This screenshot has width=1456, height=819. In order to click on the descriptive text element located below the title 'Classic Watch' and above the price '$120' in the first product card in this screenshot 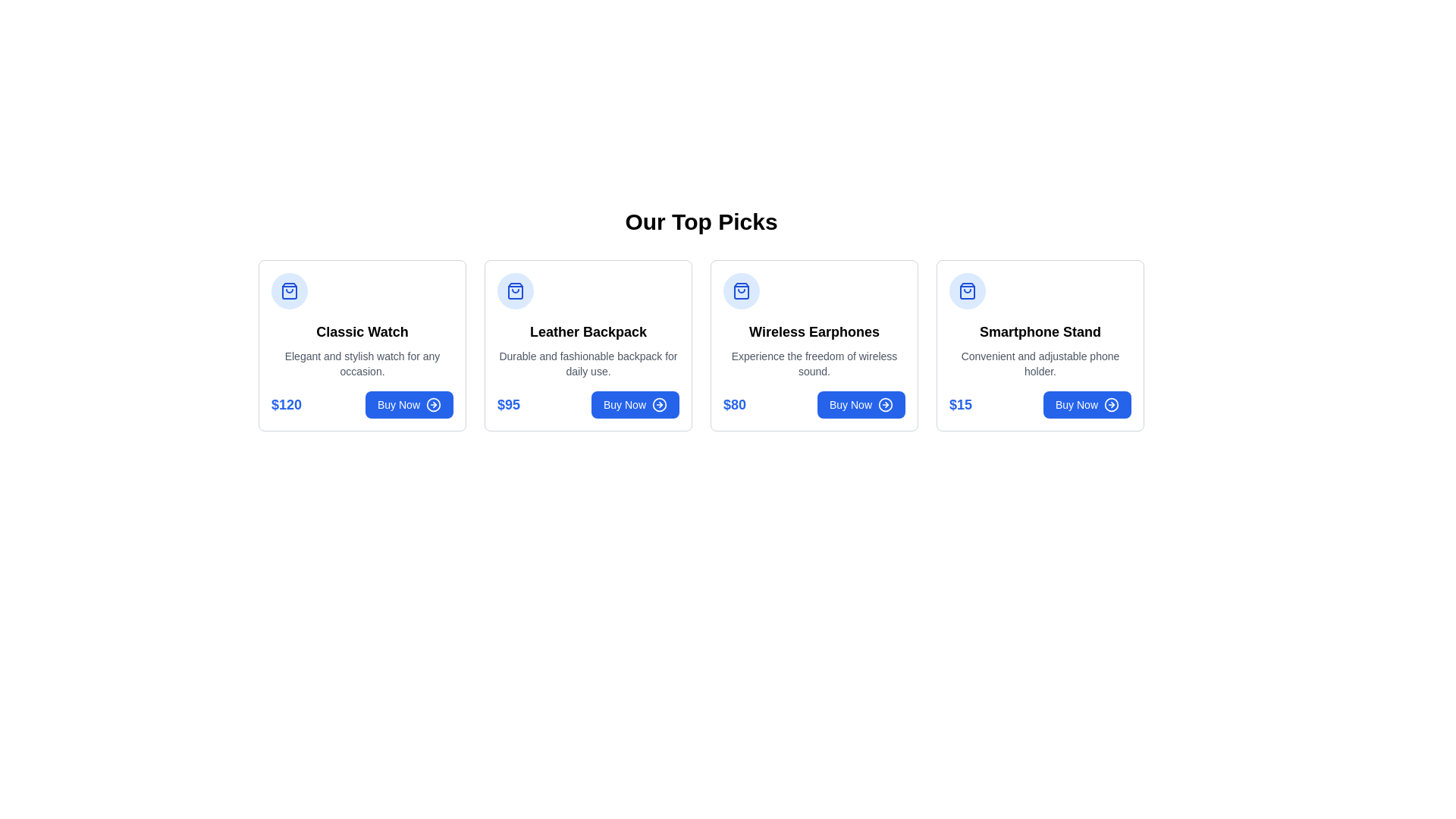, I will do `click(362, 363)`.